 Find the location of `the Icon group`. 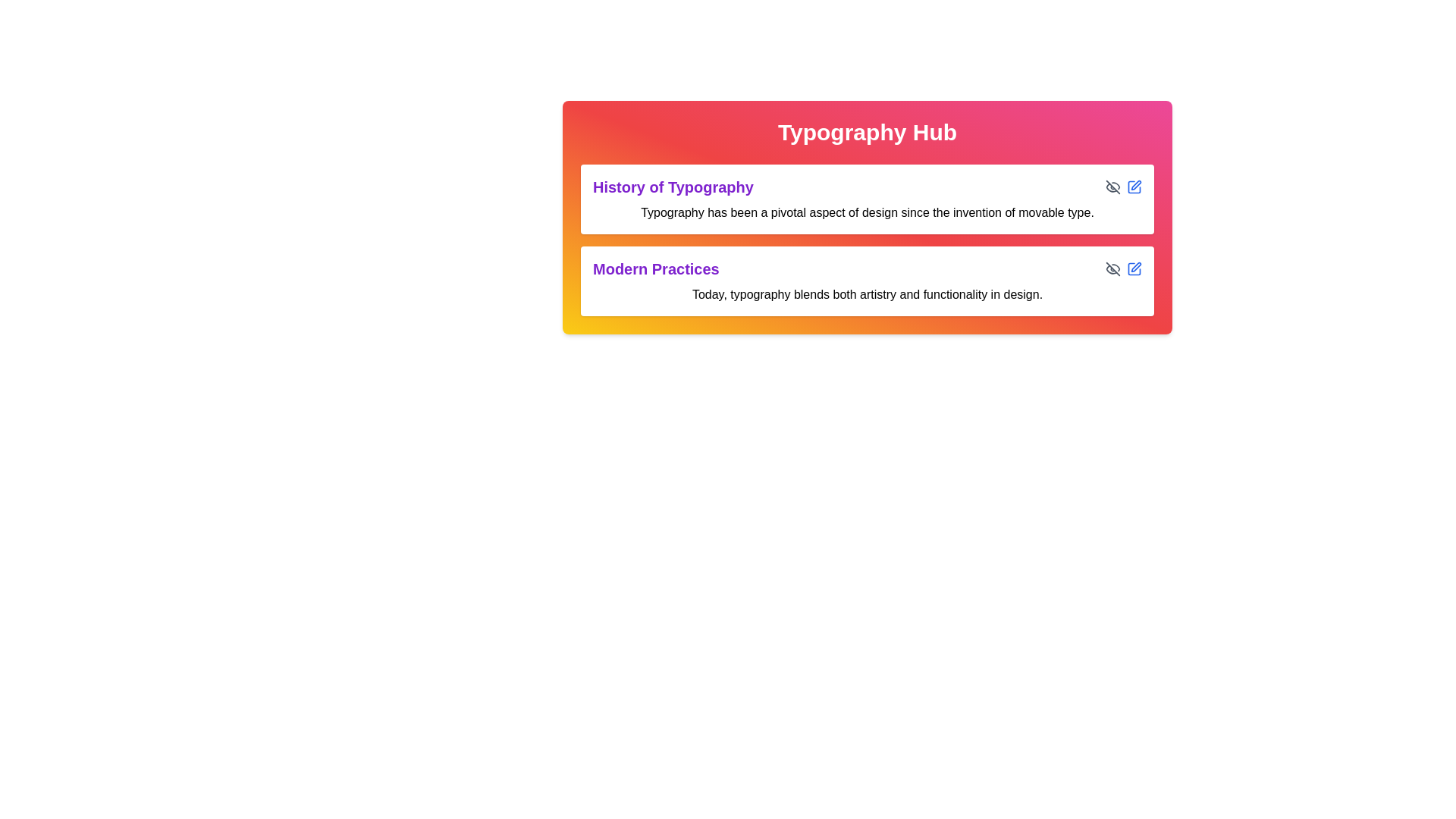

the Icon group is located at coordinates (1124, 268).